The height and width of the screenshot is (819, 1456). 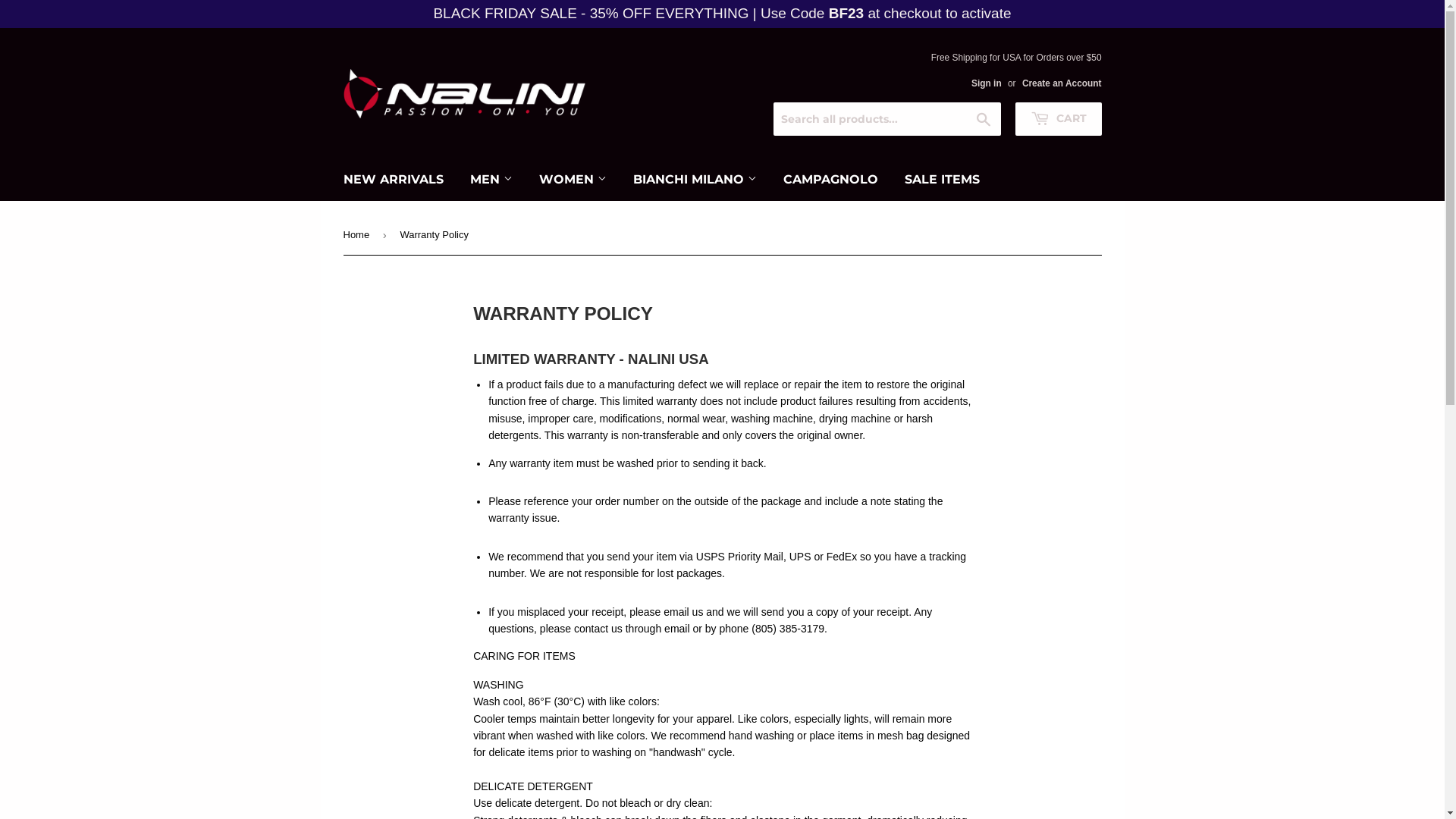 What do you see at coordinates (694, 178) in the screenshot?
I see `'BIANCHI MILANO'` at bounding box center [694, 178].